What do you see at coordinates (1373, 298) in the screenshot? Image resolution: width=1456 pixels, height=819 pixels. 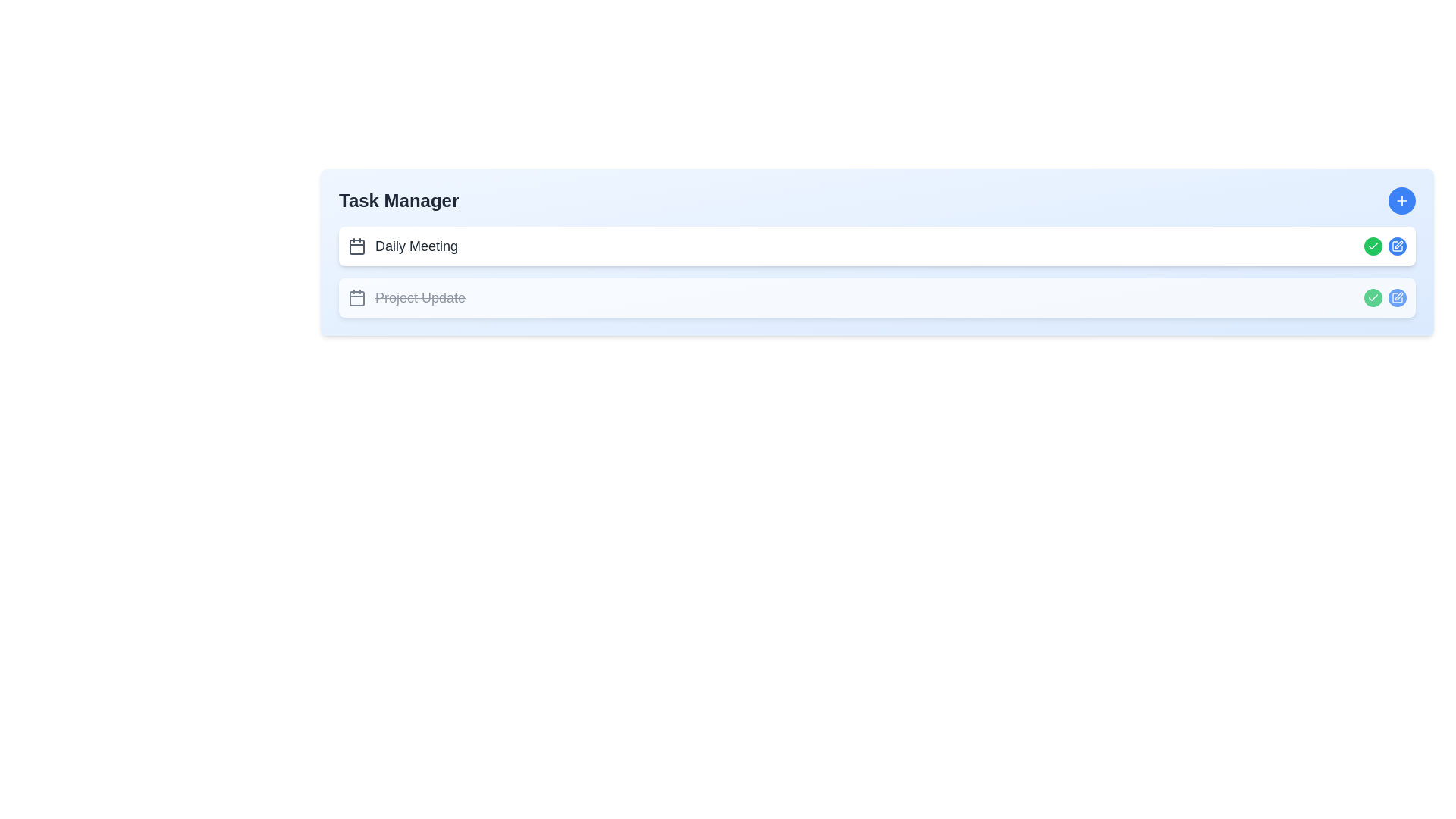 I see `the small circular green button with a white checkmark icon, which is located on the right side of the second row in a group of buttons` at bounding box center [1373, 298].